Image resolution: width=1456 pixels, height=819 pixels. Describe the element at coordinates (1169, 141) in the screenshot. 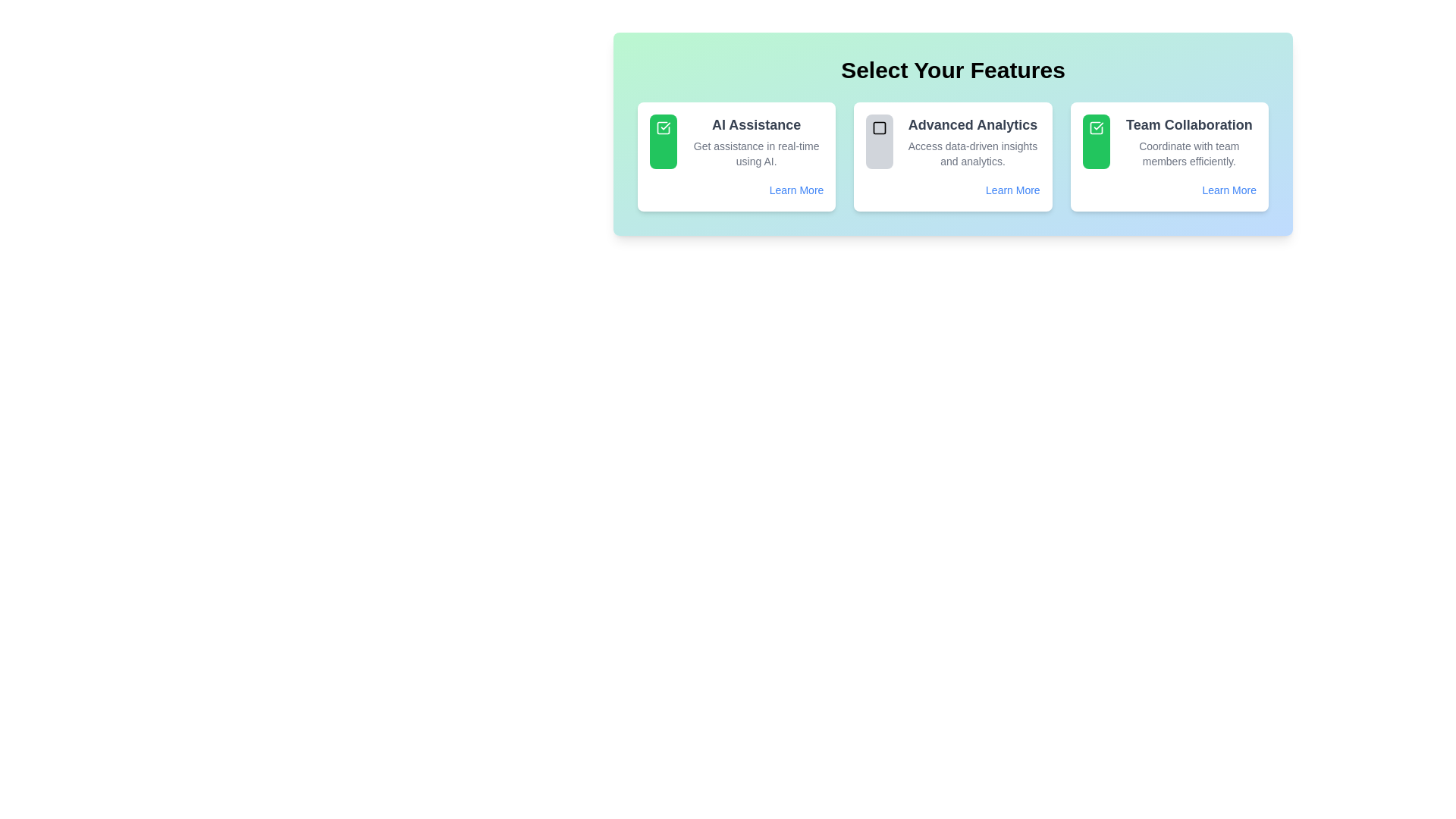

I see `the Infobox titled 'Team Collaboration', which includes the subtitle 'Coordinate with team members efficiently.'` at that location.